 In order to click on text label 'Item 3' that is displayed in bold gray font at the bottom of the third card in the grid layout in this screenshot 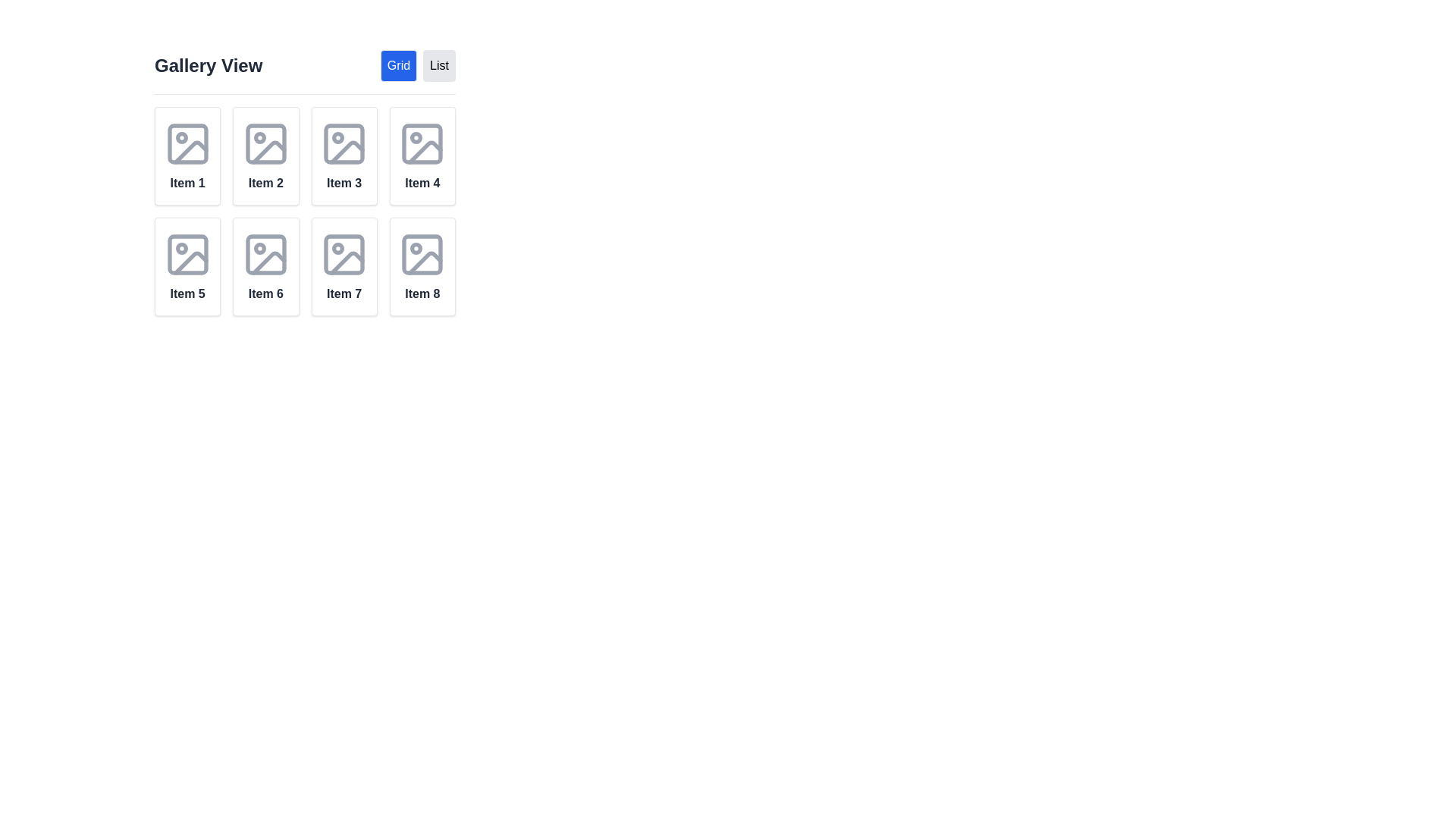, I will do `click(344, 183)`.